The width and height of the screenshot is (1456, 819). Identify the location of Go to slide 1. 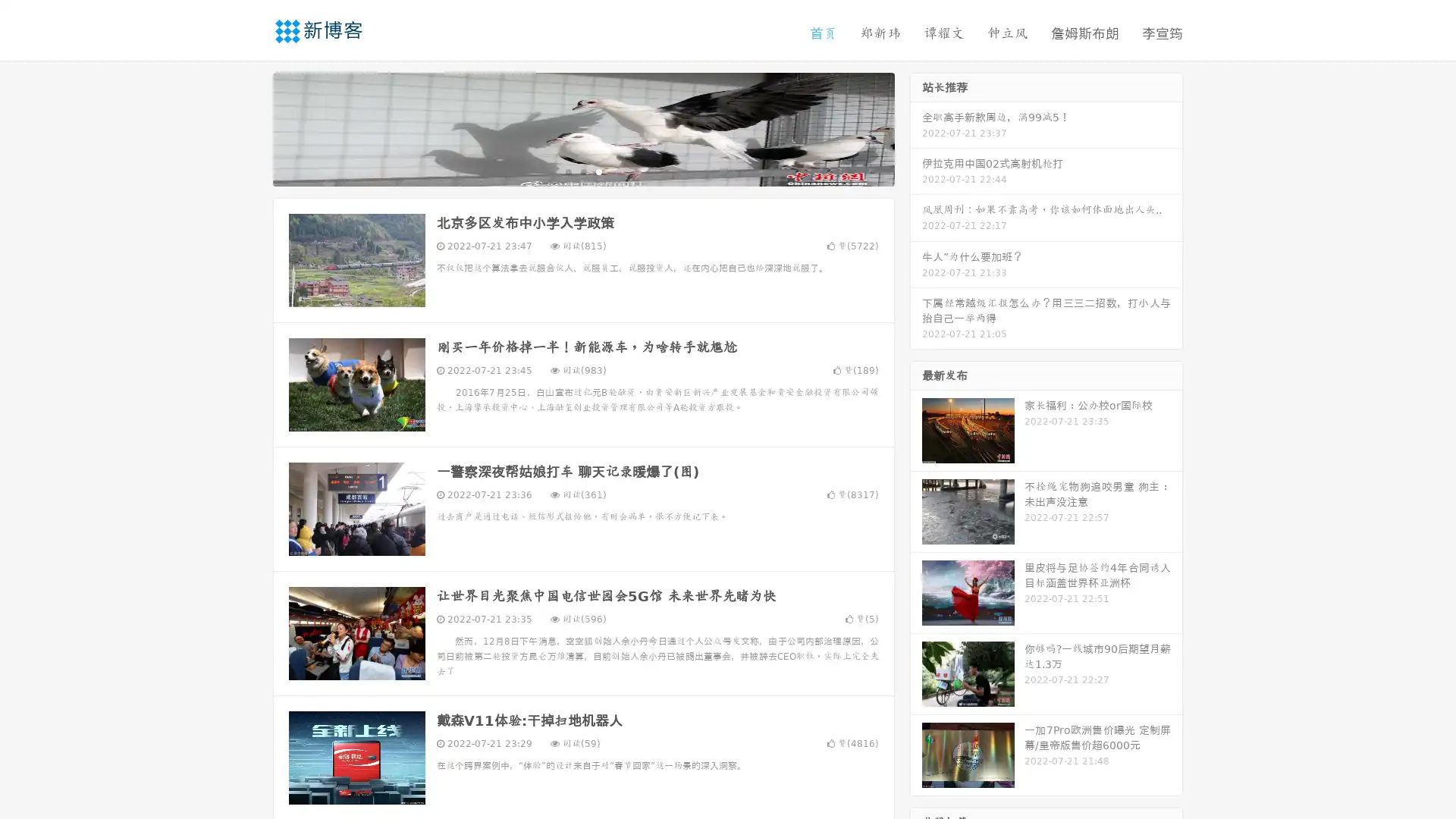
(567, 171).